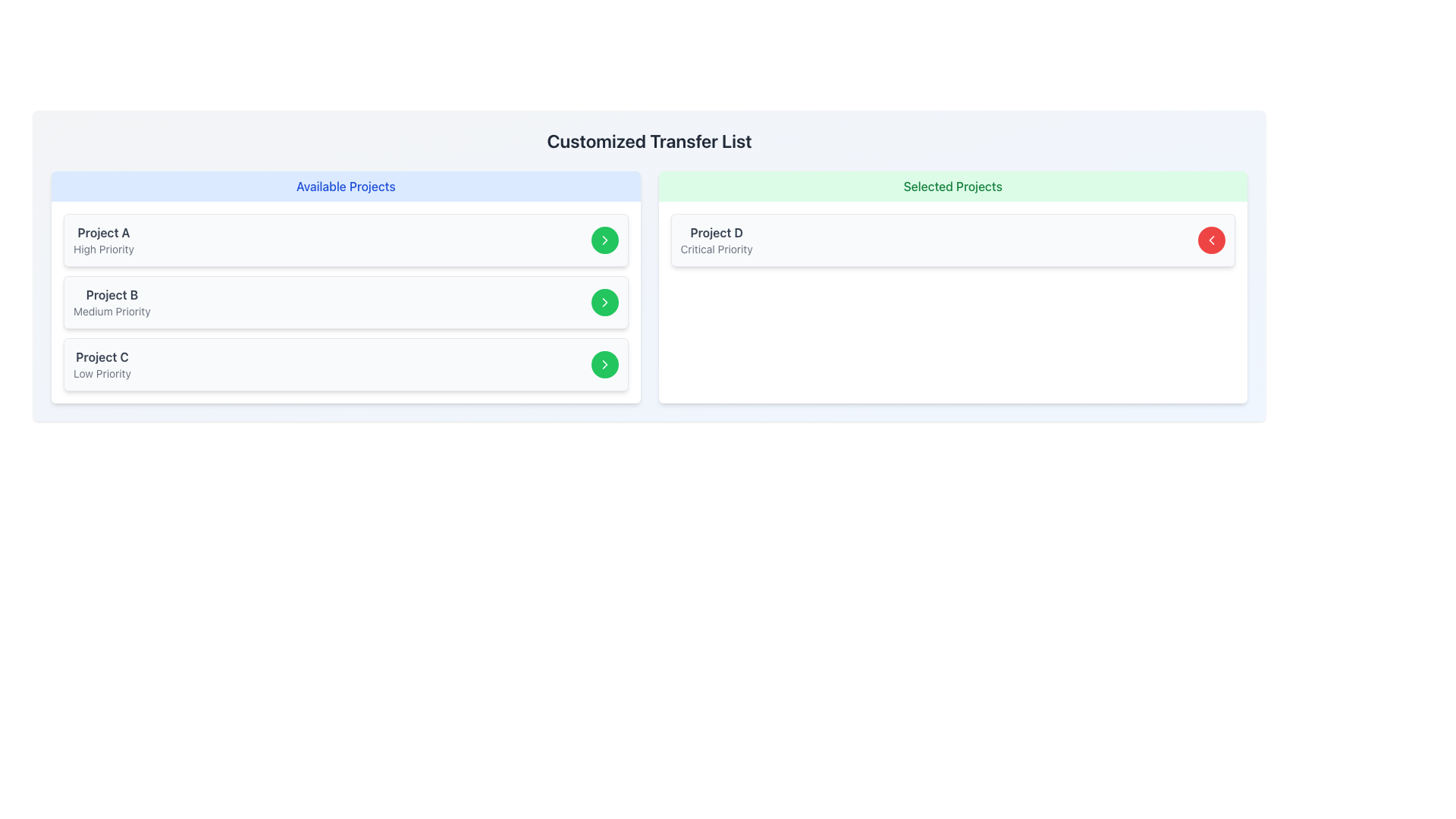 Image resolution: width=1456 pixels, height=819 pixels. What do you see at coordinates (1211, 239) in the screenshot?
I see `the button used to remove 'Project D' from the 'Selected Projects' list` at bounding box center [1211, 239].